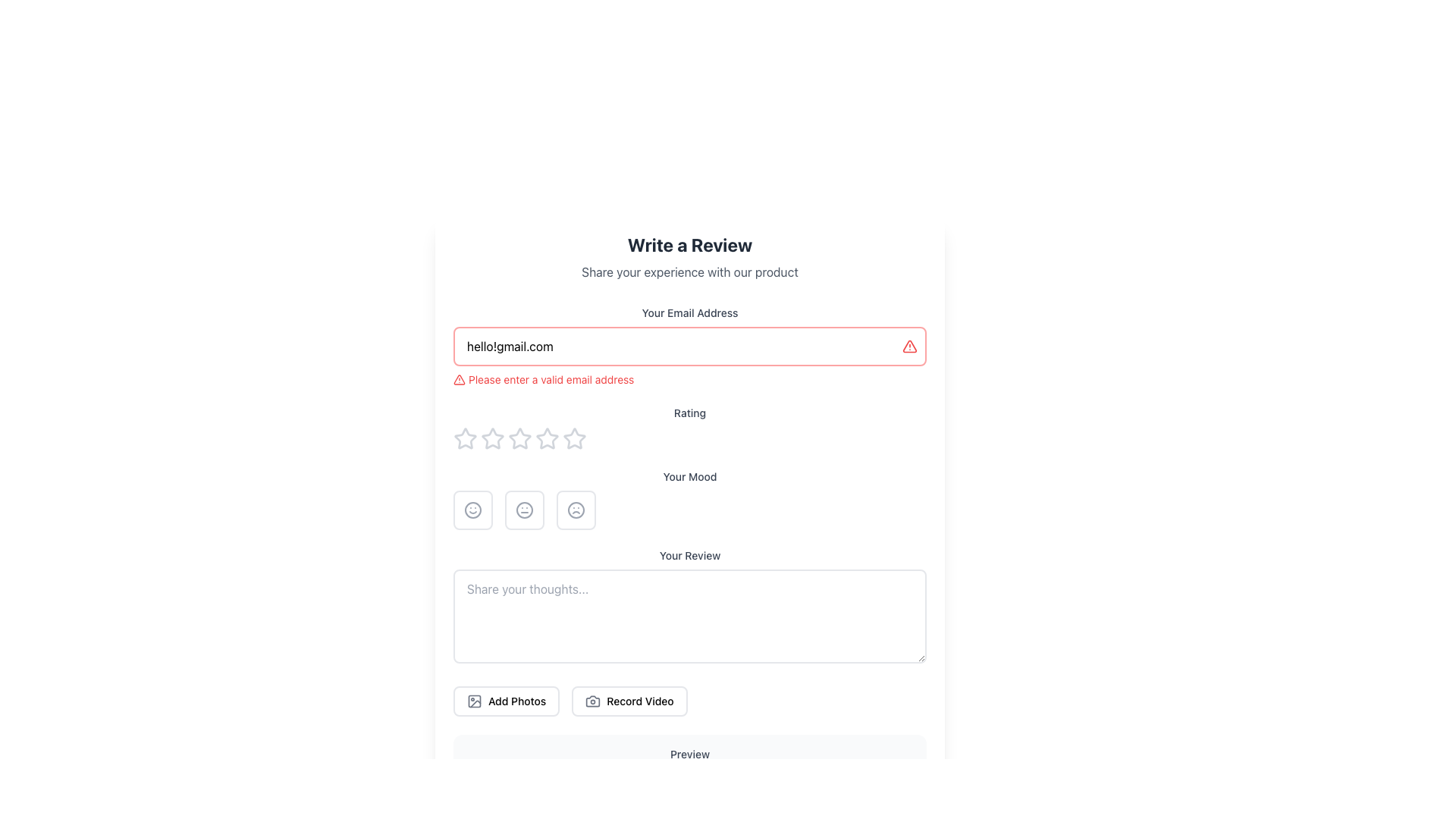 The image size is (1456, 819). What do you see at coordinates (473, 701) in the screenshot?
I see `the SVG icon styled as an image representation, which is part of the 'Add Photos' button located in the lower section of the interface` at bounding box center [473, 701].